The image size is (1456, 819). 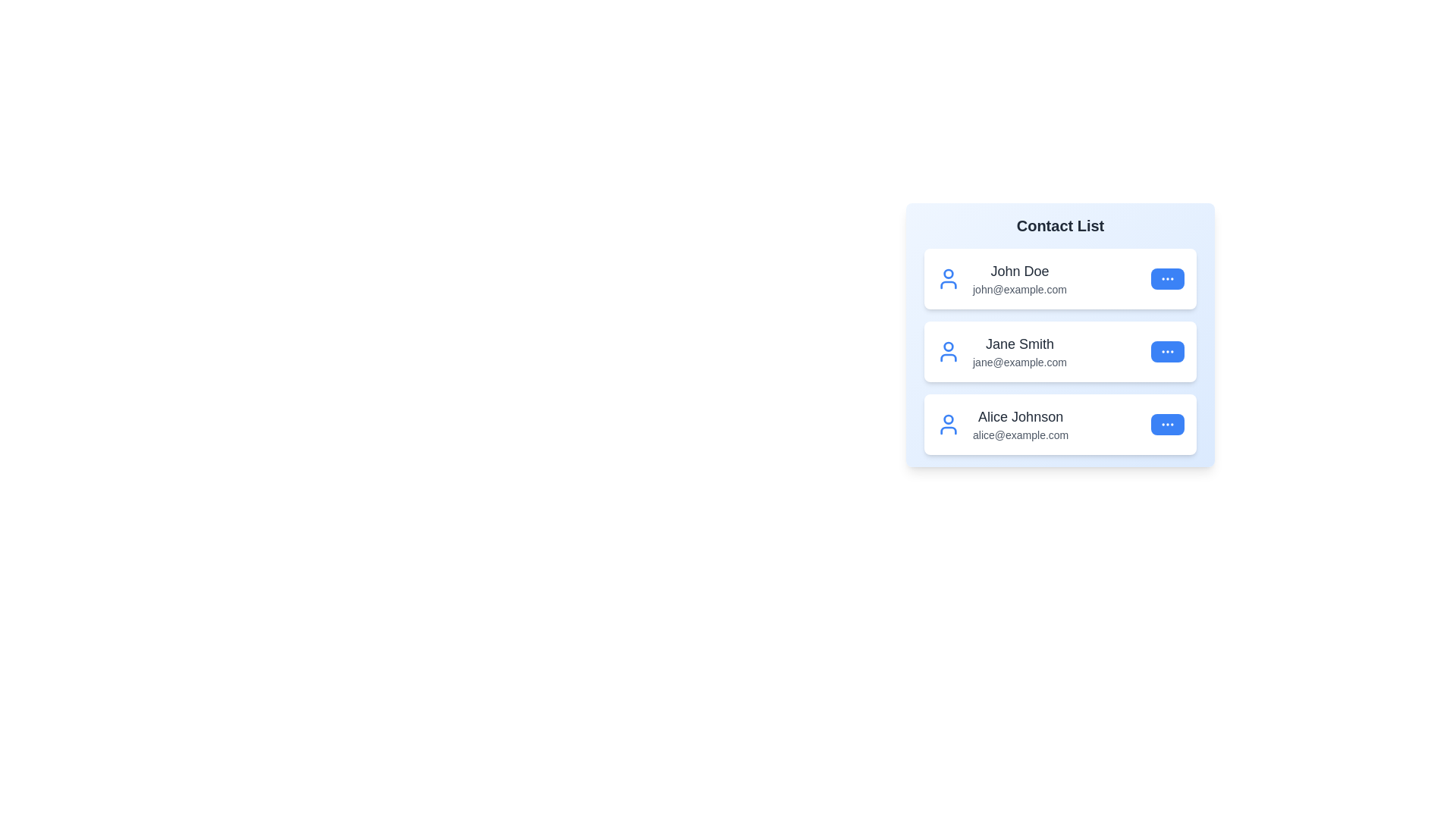 I want to click on the user icon for Jane Smith, so click(x=948, y=351).